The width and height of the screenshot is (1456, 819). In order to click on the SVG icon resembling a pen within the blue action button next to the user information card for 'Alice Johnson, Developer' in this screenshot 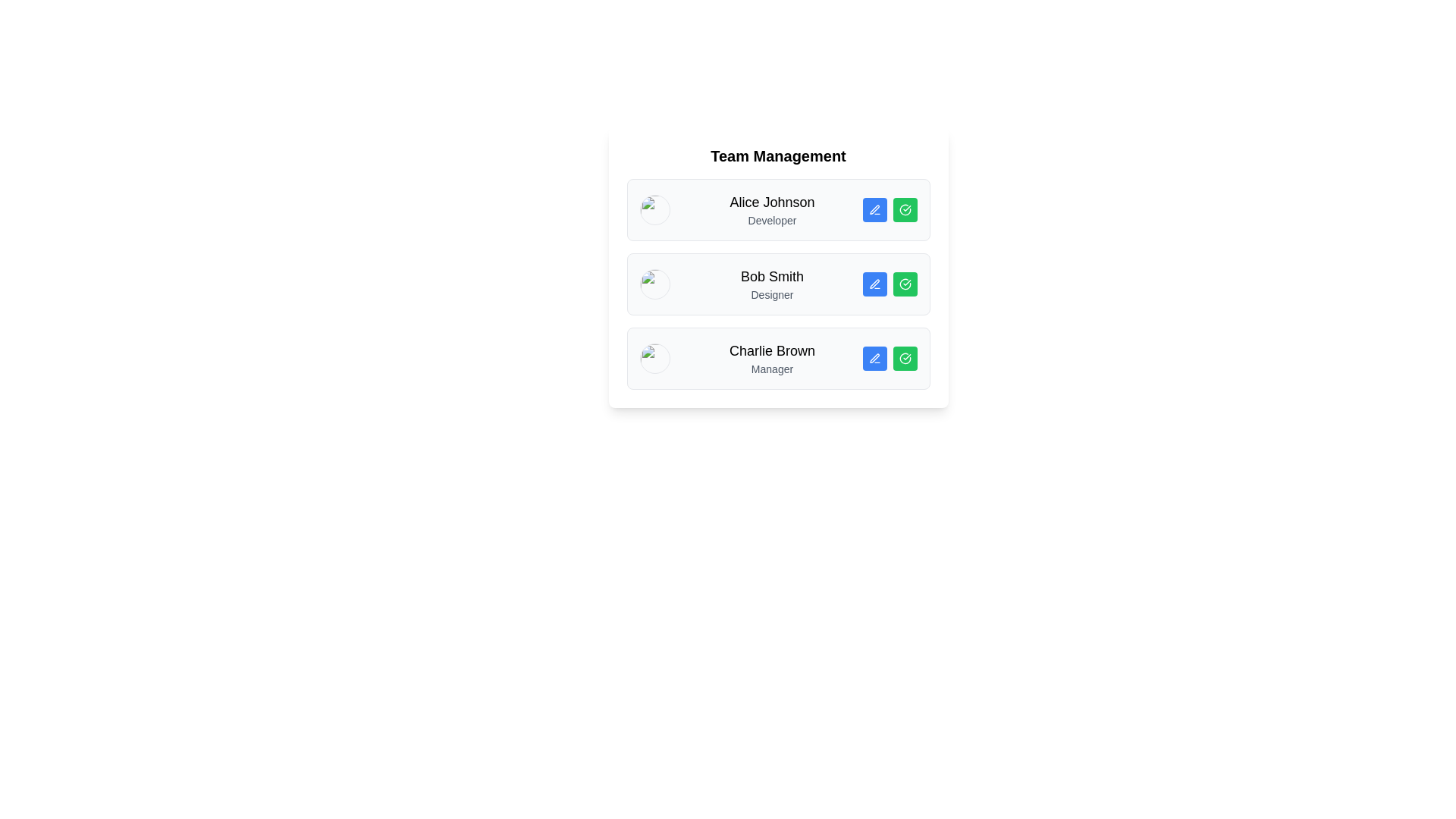, I will do `click(874, 209)`.